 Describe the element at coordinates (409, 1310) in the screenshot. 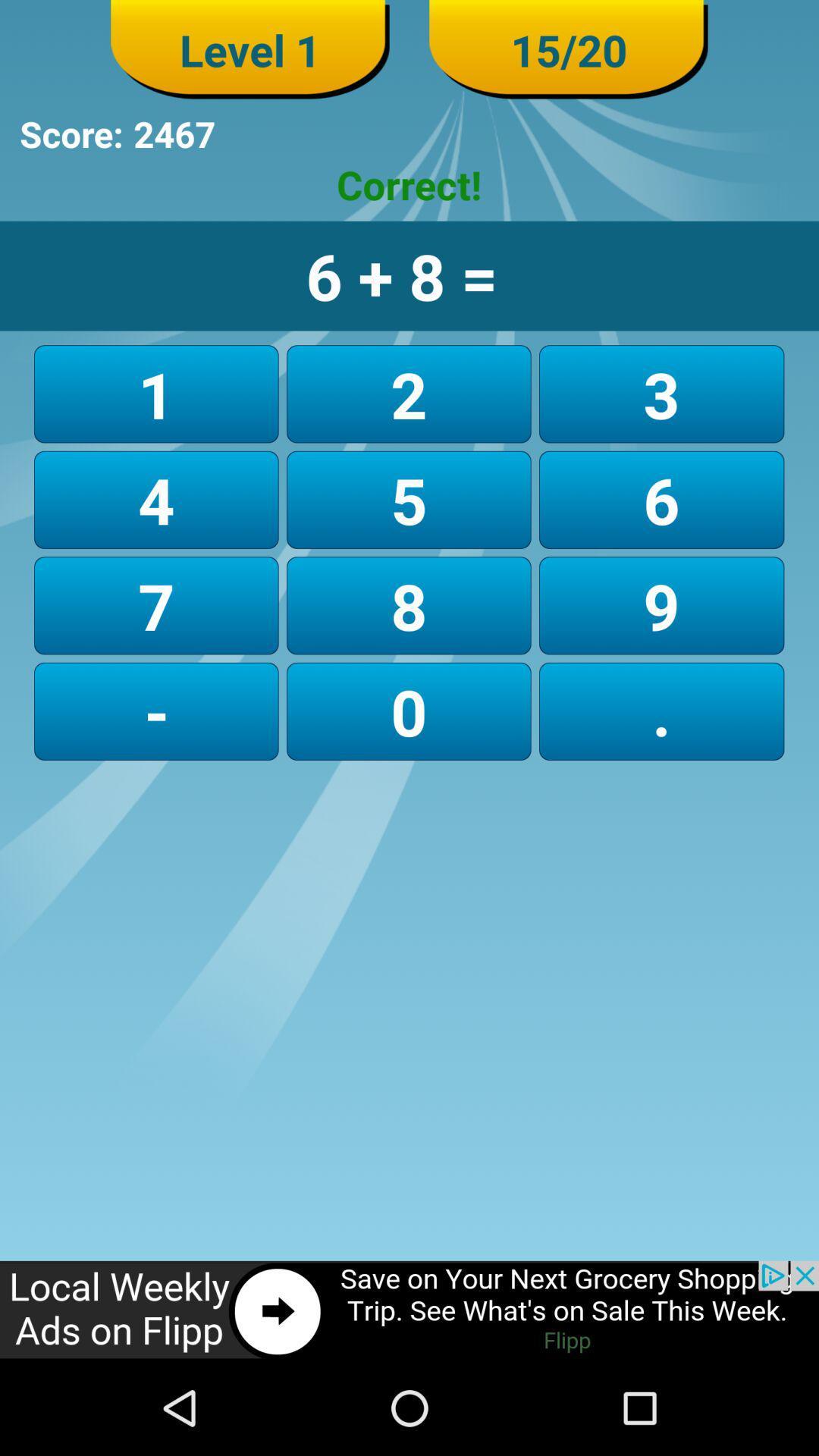

I see `local weekly advertisements on flipp option` at that location.